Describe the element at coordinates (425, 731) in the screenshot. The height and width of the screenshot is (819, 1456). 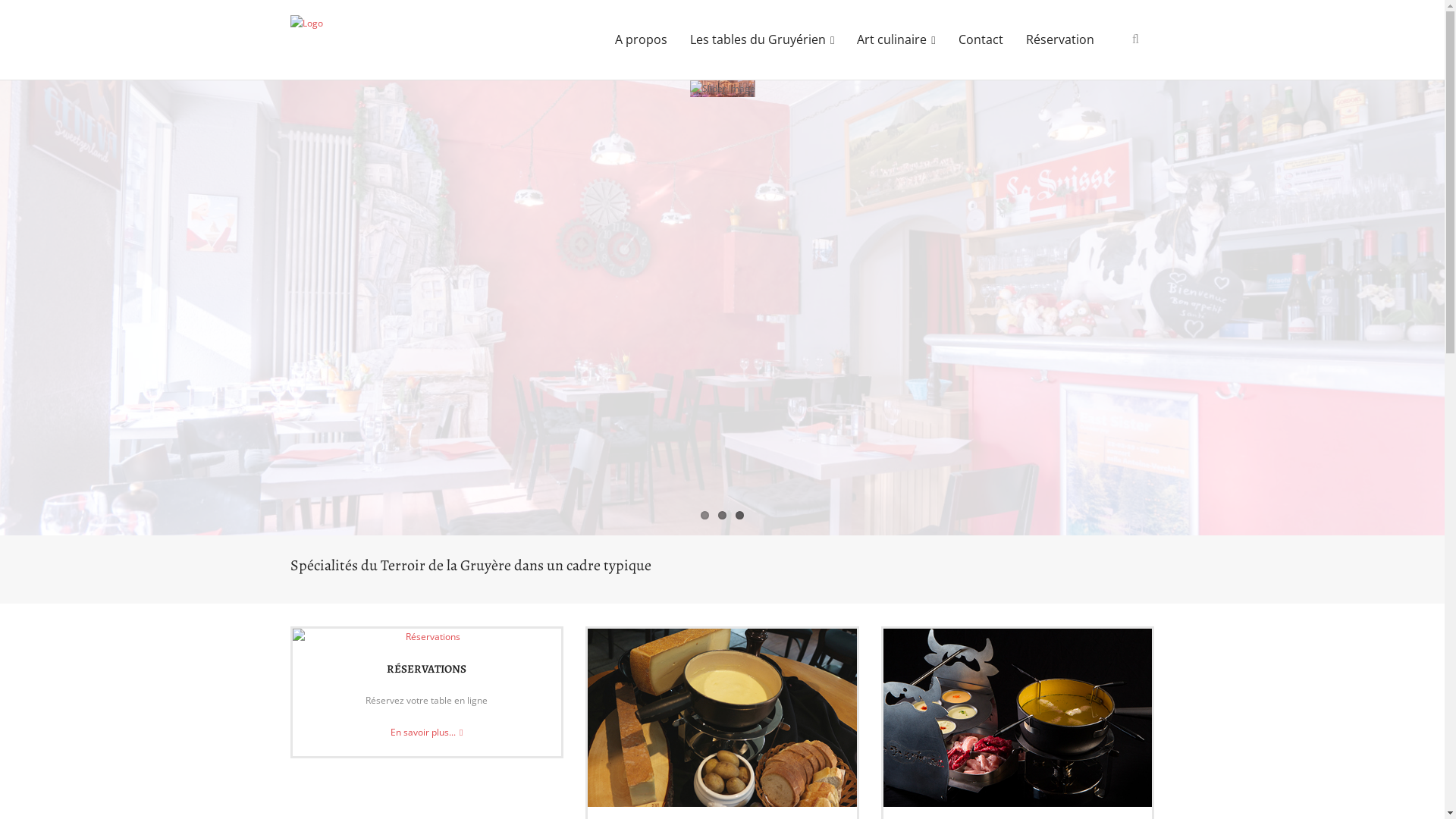
I see `'En savoir plus...'` at that location.